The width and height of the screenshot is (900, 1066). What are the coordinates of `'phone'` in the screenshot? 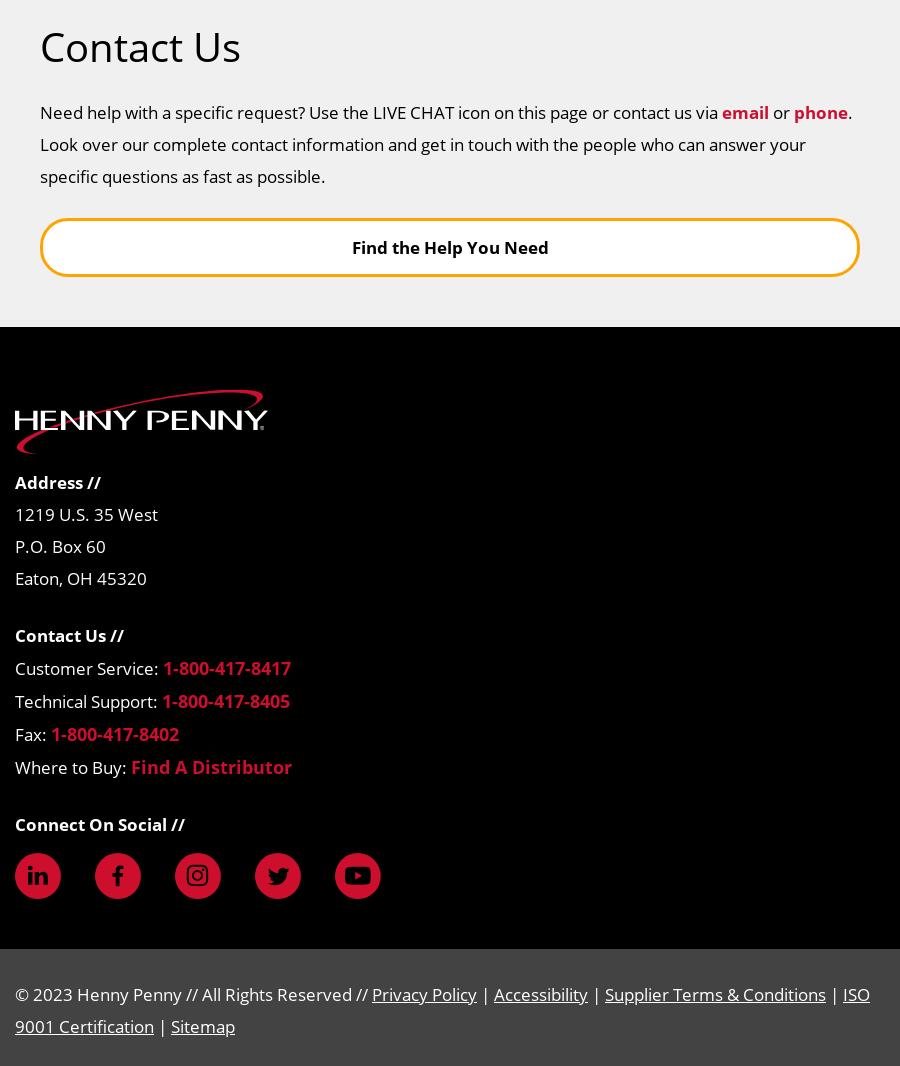 It's located at (820, 110).